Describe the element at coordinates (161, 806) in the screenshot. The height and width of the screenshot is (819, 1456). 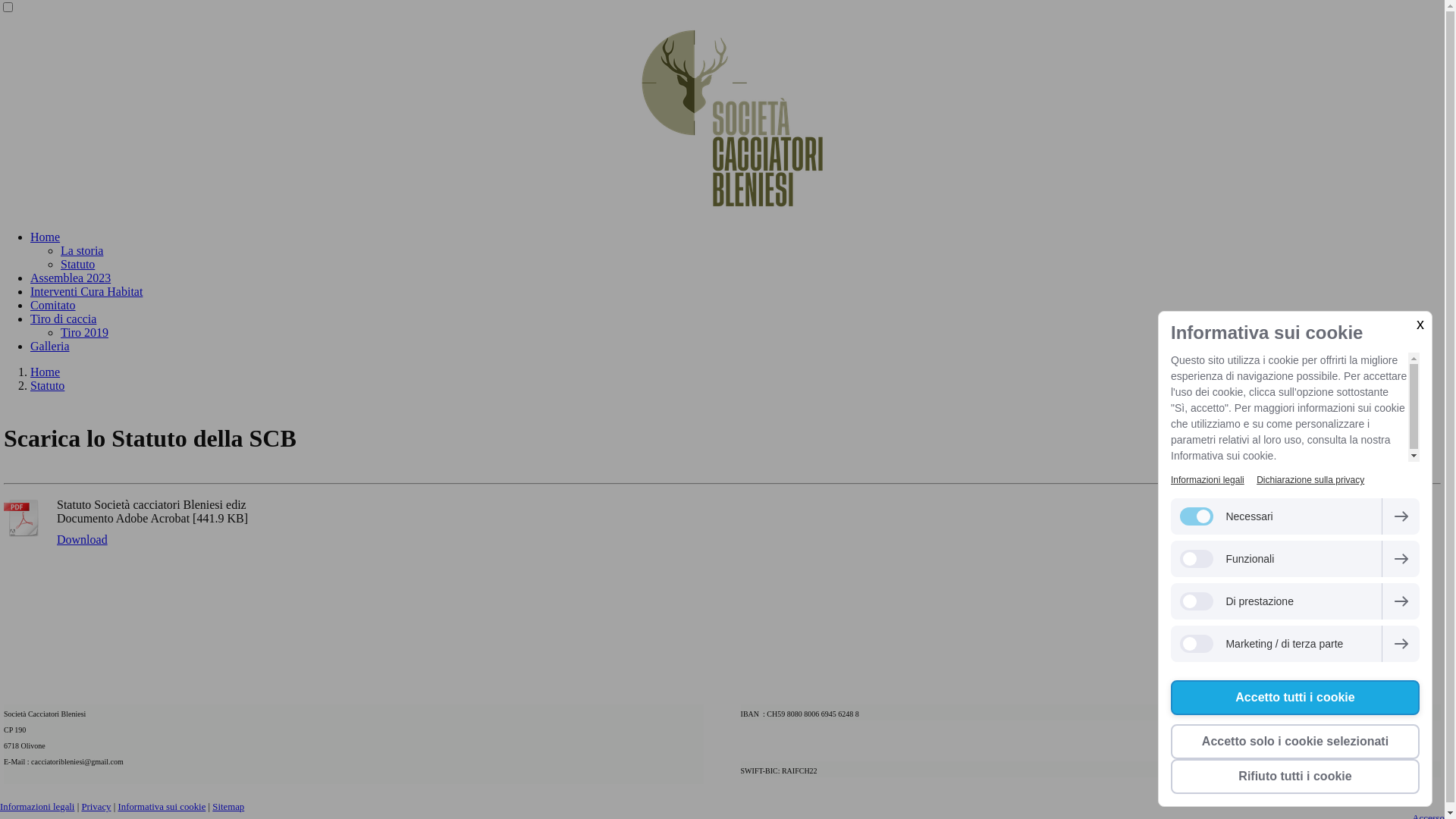
I see `'Informativa sui cookie'` at that location.